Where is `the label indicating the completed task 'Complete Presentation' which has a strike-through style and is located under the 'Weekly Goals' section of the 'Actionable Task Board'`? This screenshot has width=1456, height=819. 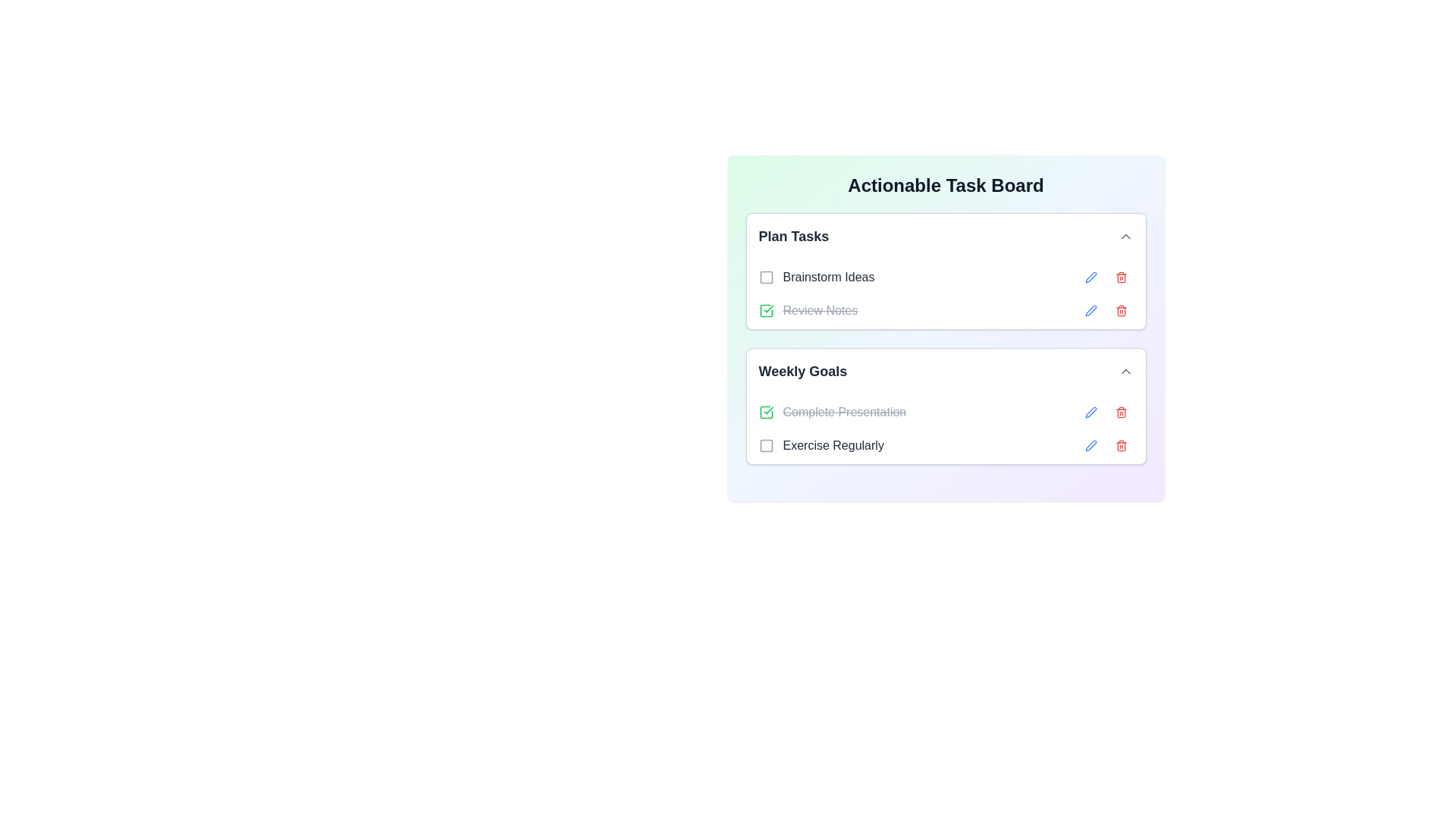 the label indicating the completed task 'Complete Presentation' which has a strike-through style and is located under the 'Weekly Goals' section of the 'Actionable Task Board' is located at coordinates (831, 412).